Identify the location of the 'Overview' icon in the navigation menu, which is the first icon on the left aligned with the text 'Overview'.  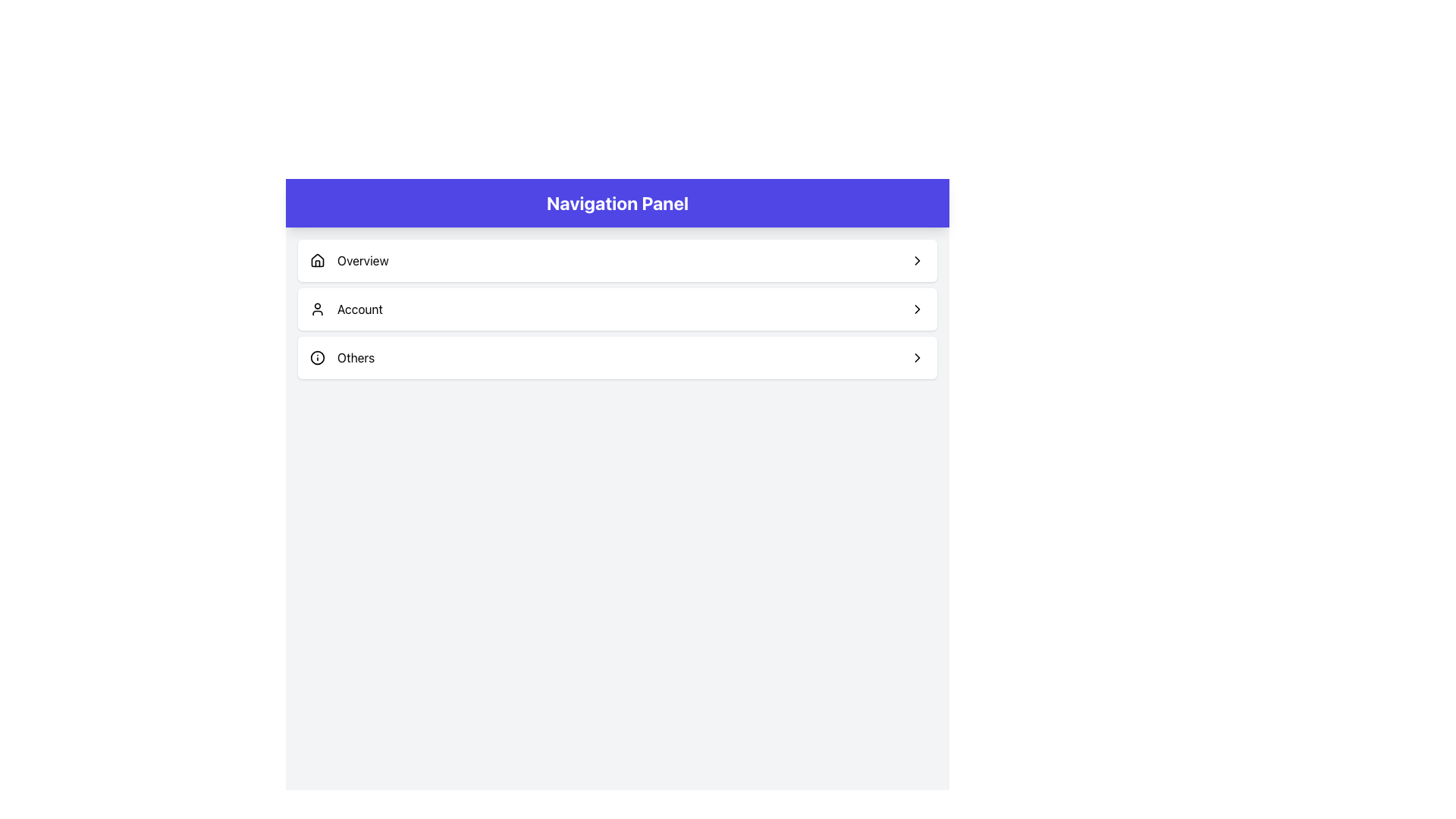
(316, 259).